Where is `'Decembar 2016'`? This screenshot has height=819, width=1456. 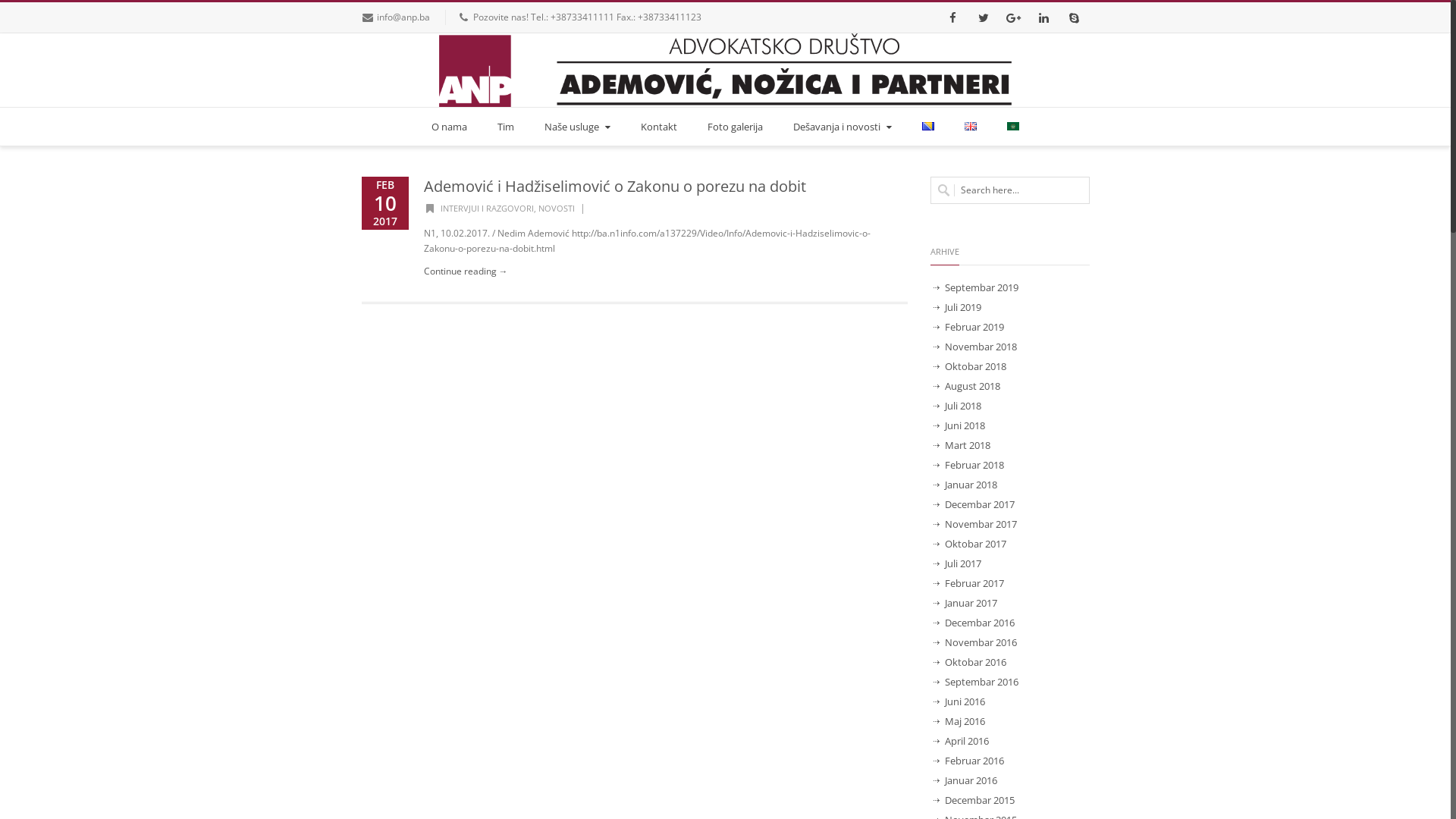
'Decembar 2016' is located at coordinates (974, 623).